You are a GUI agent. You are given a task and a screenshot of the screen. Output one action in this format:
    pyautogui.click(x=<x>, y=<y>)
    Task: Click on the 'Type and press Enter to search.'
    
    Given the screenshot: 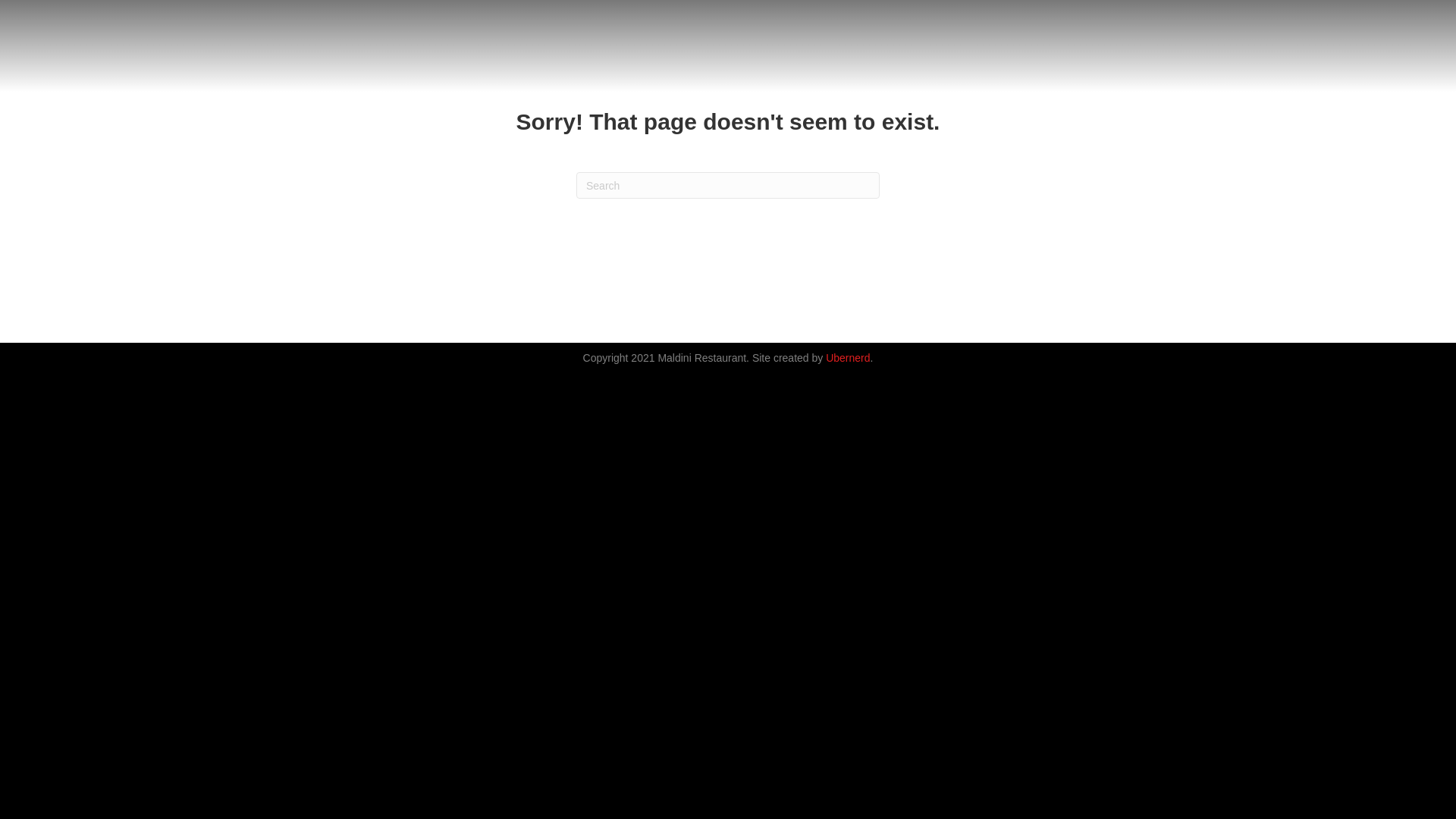 What is the action you would take?
    pyautogui.click(x=728, y=184)
    